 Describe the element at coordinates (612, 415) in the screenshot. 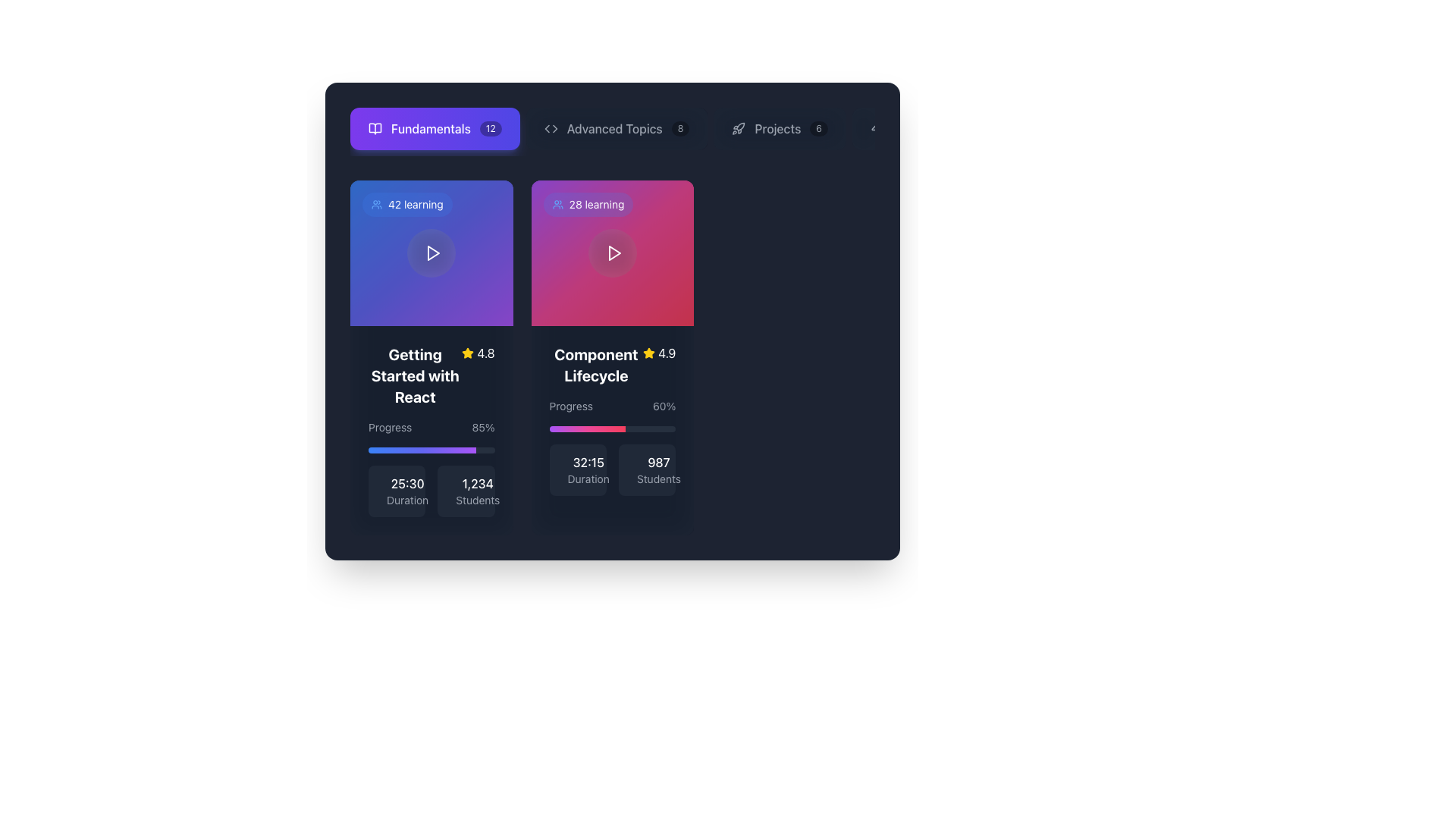

I see `the progress bar displaying 'Progress' and '60%' in the Component Lifecycle card located in the second column` at that location.